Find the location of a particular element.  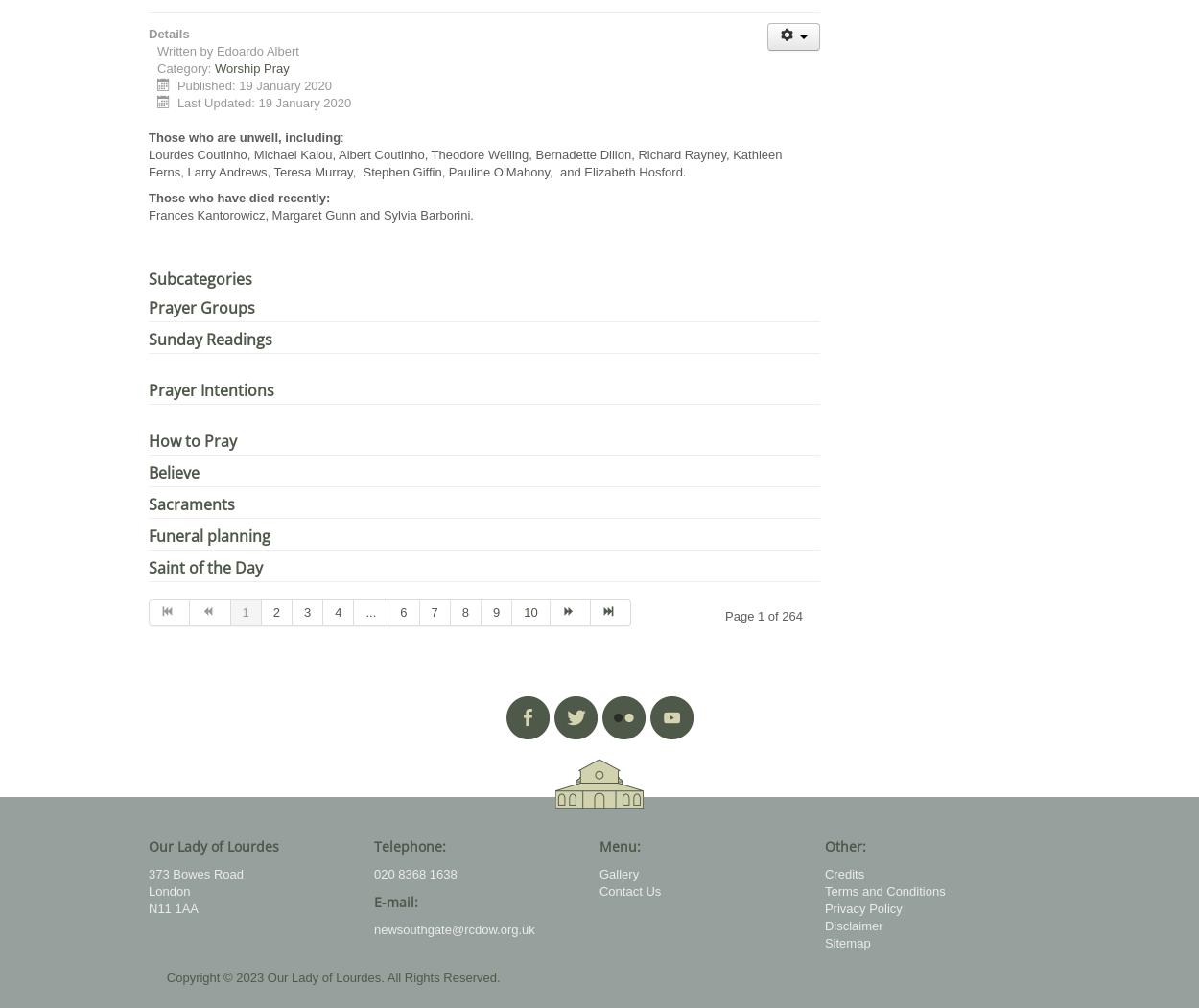

'Believe' is located at coordinates (174, 473).